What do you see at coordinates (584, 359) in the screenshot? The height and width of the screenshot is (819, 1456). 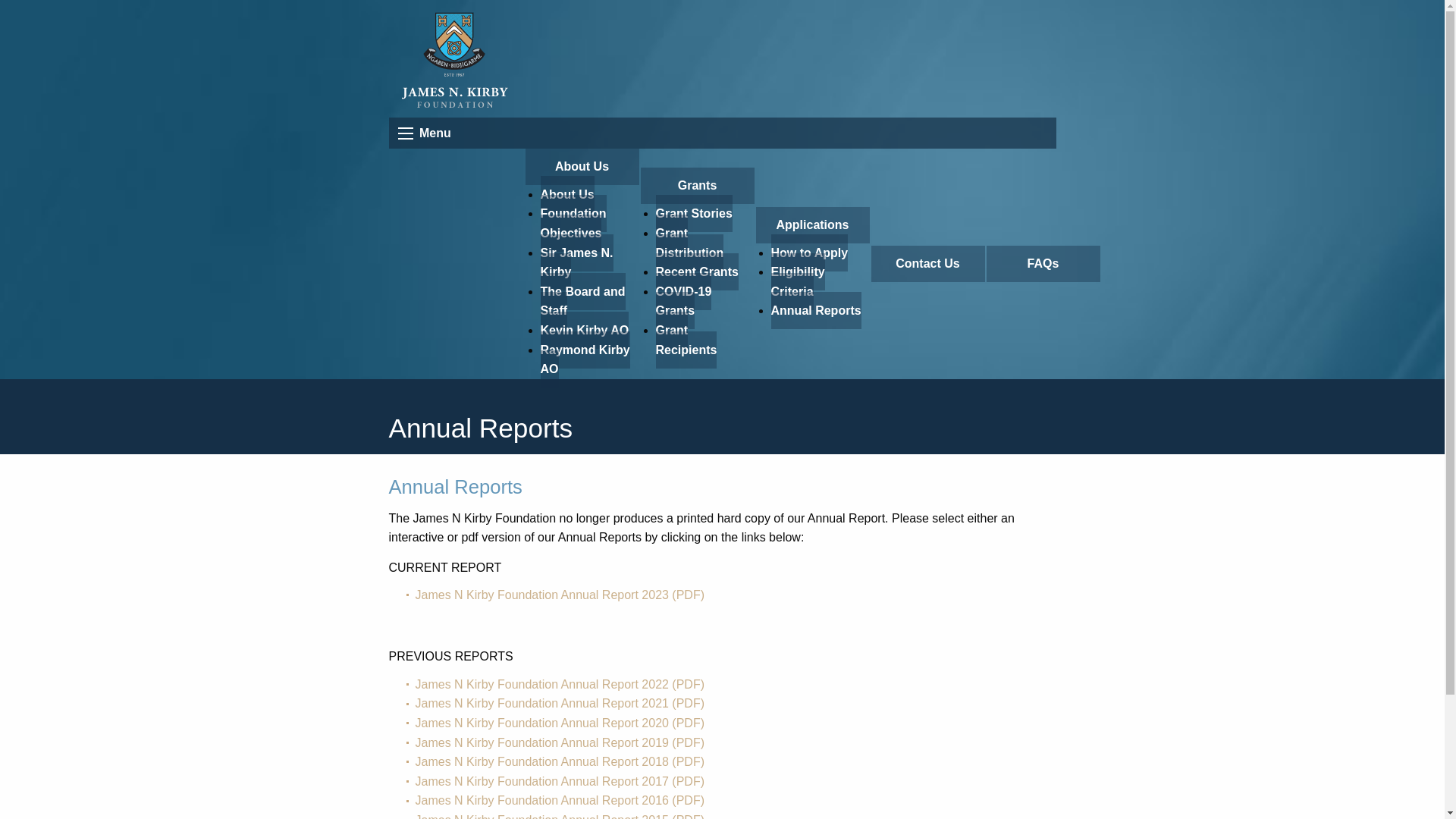 I see `'Raymond Kirby AO'` at bounding box center [584, 359].